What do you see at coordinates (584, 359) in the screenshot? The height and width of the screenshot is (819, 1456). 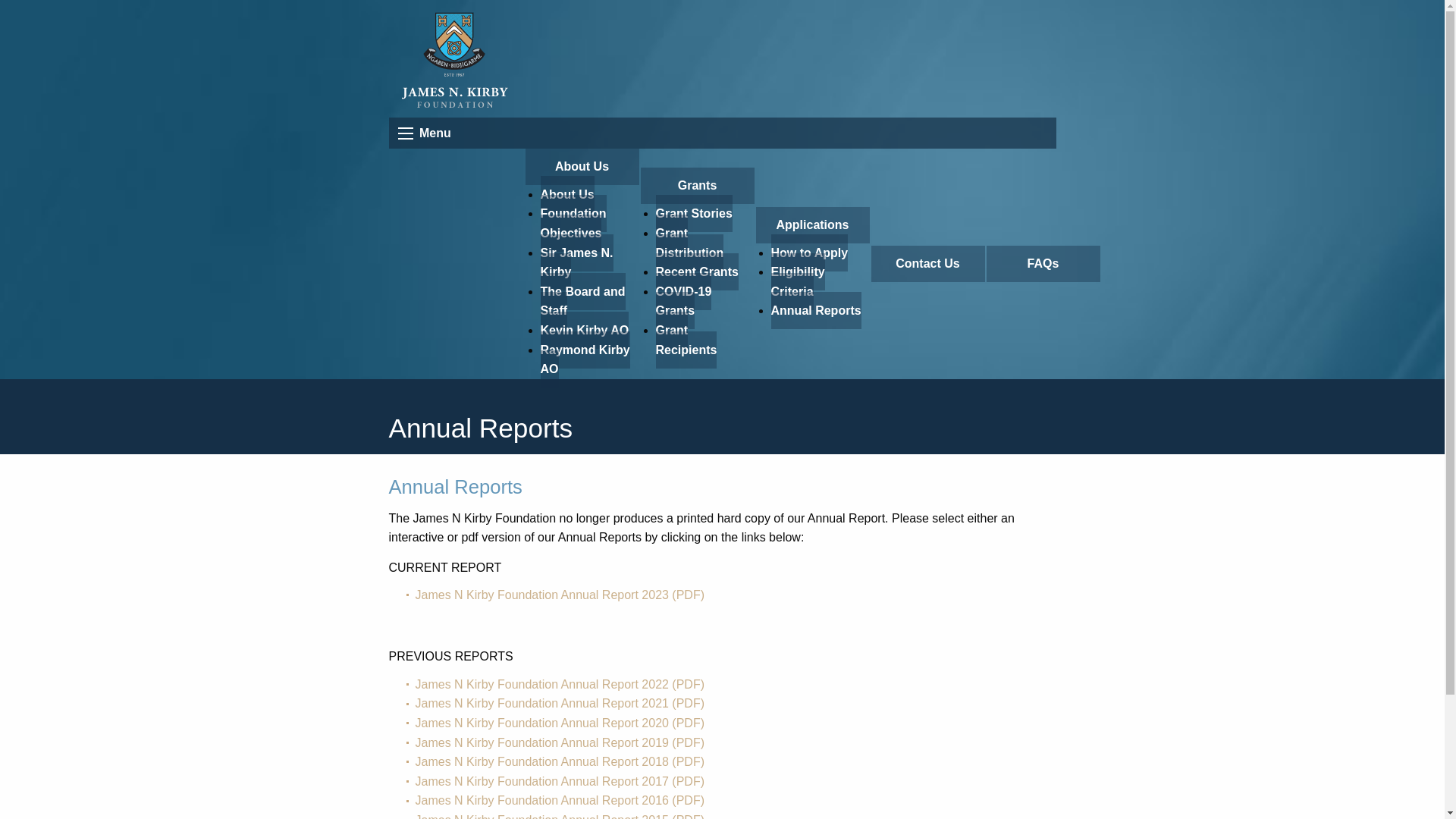 I see `'Raymond Kirby AO'` at bounding box center [584, 359].